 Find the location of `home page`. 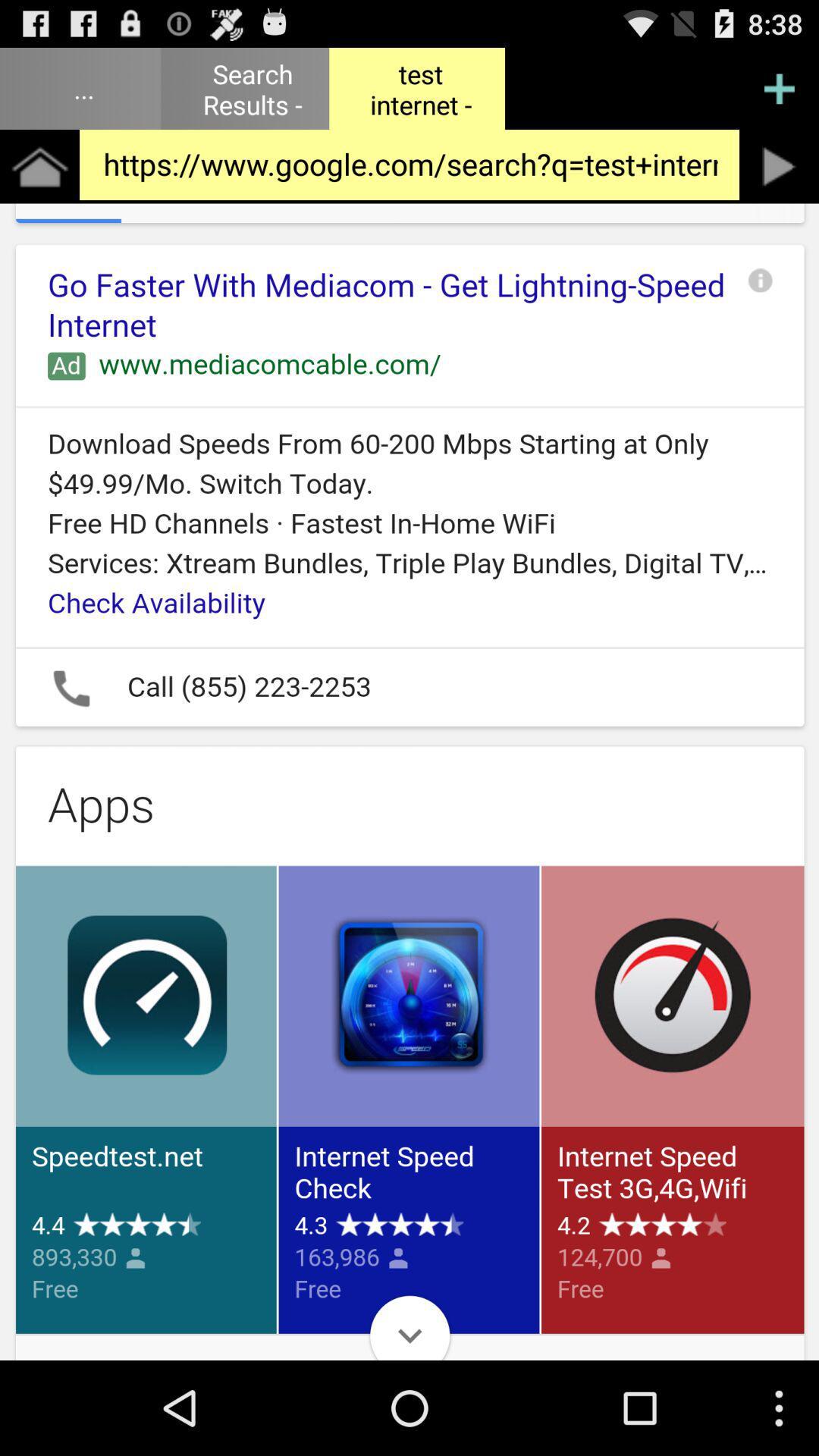

home page is located at coordinates (39, 166).